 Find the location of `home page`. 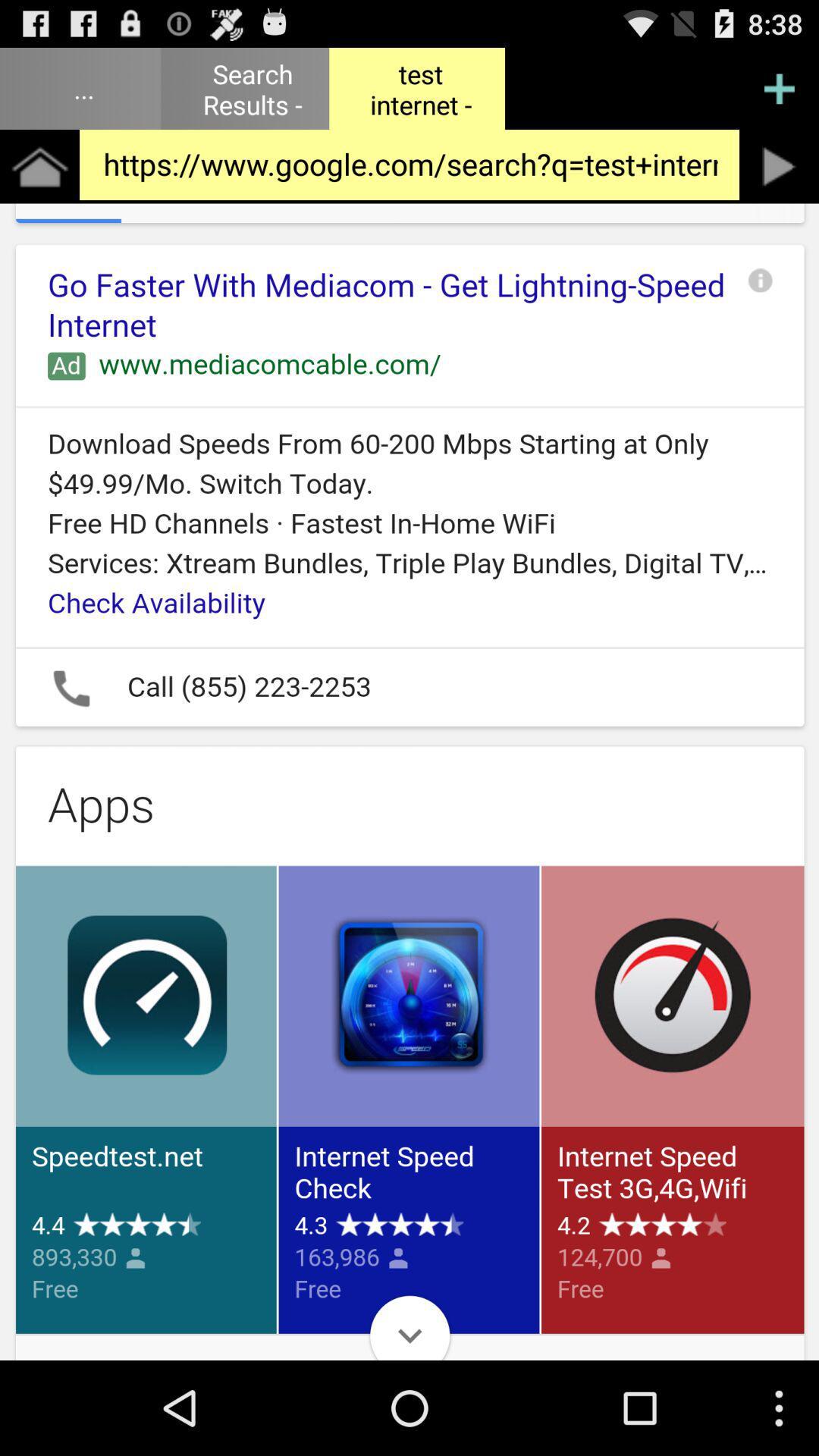

home page is located at coordinates (39, 166).